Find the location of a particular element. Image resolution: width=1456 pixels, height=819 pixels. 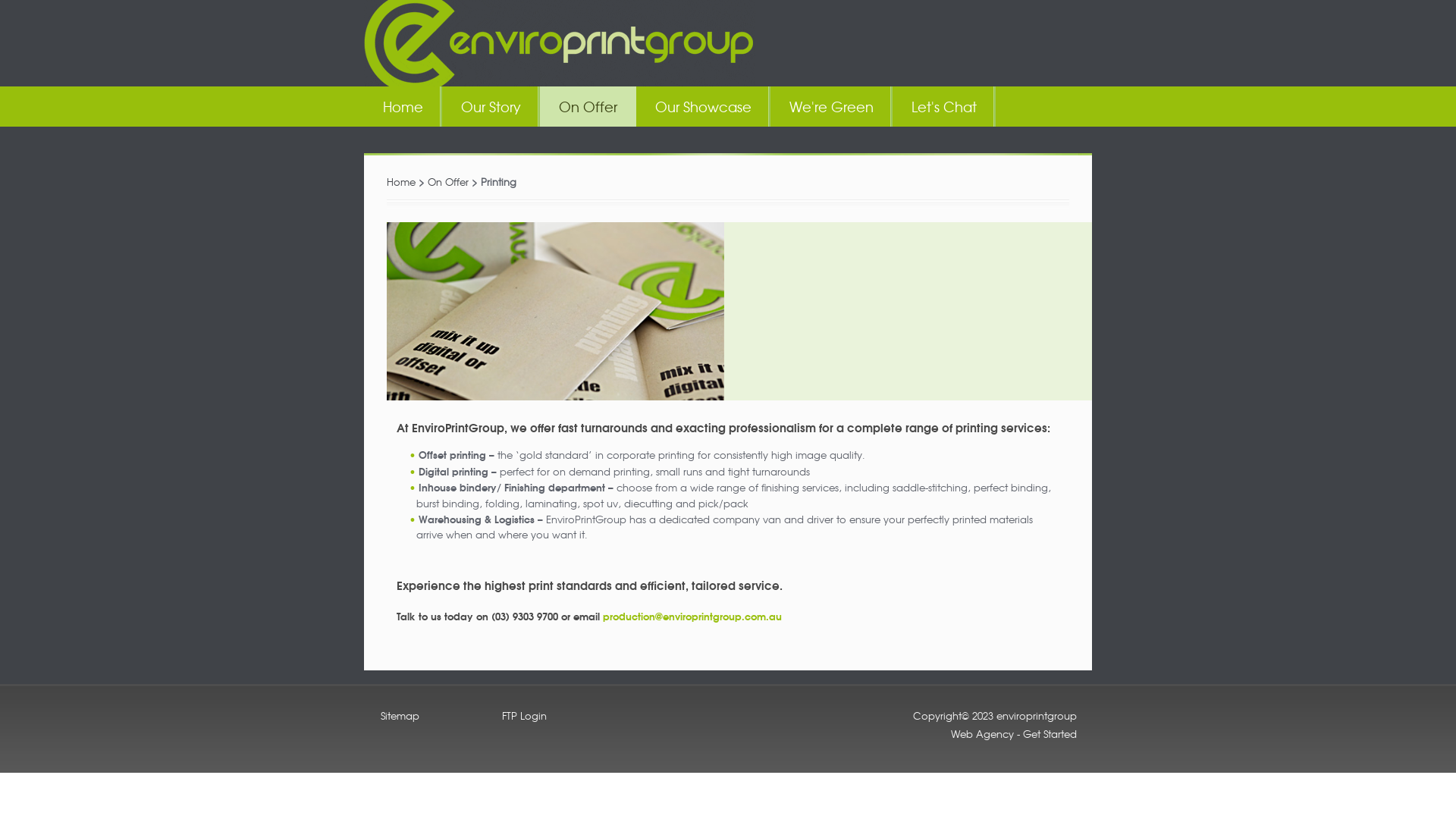

'On Offer' is located at coordinates (447, 180).